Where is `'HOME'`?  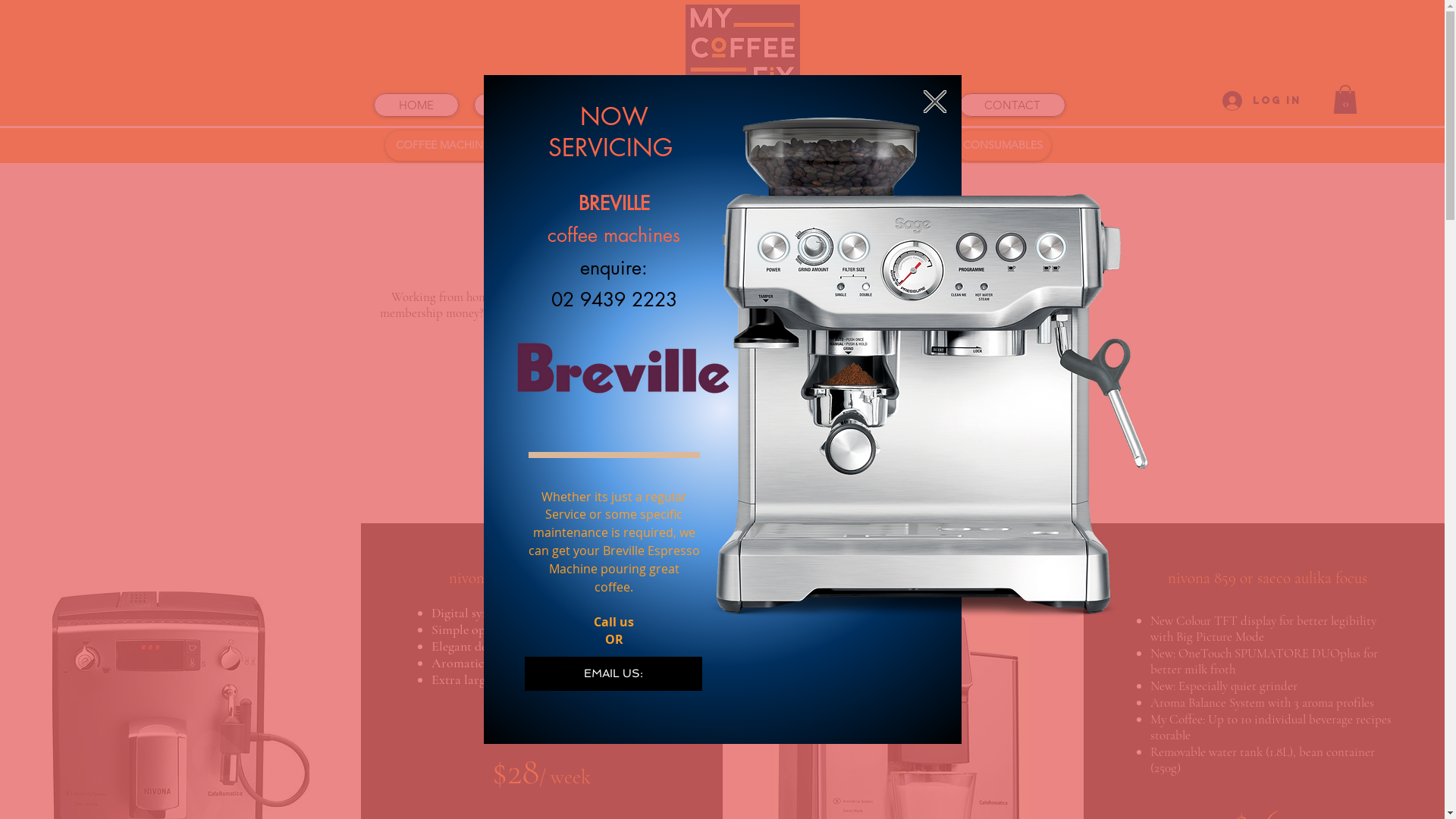 'HOME' is located at coordinates (415, 104).